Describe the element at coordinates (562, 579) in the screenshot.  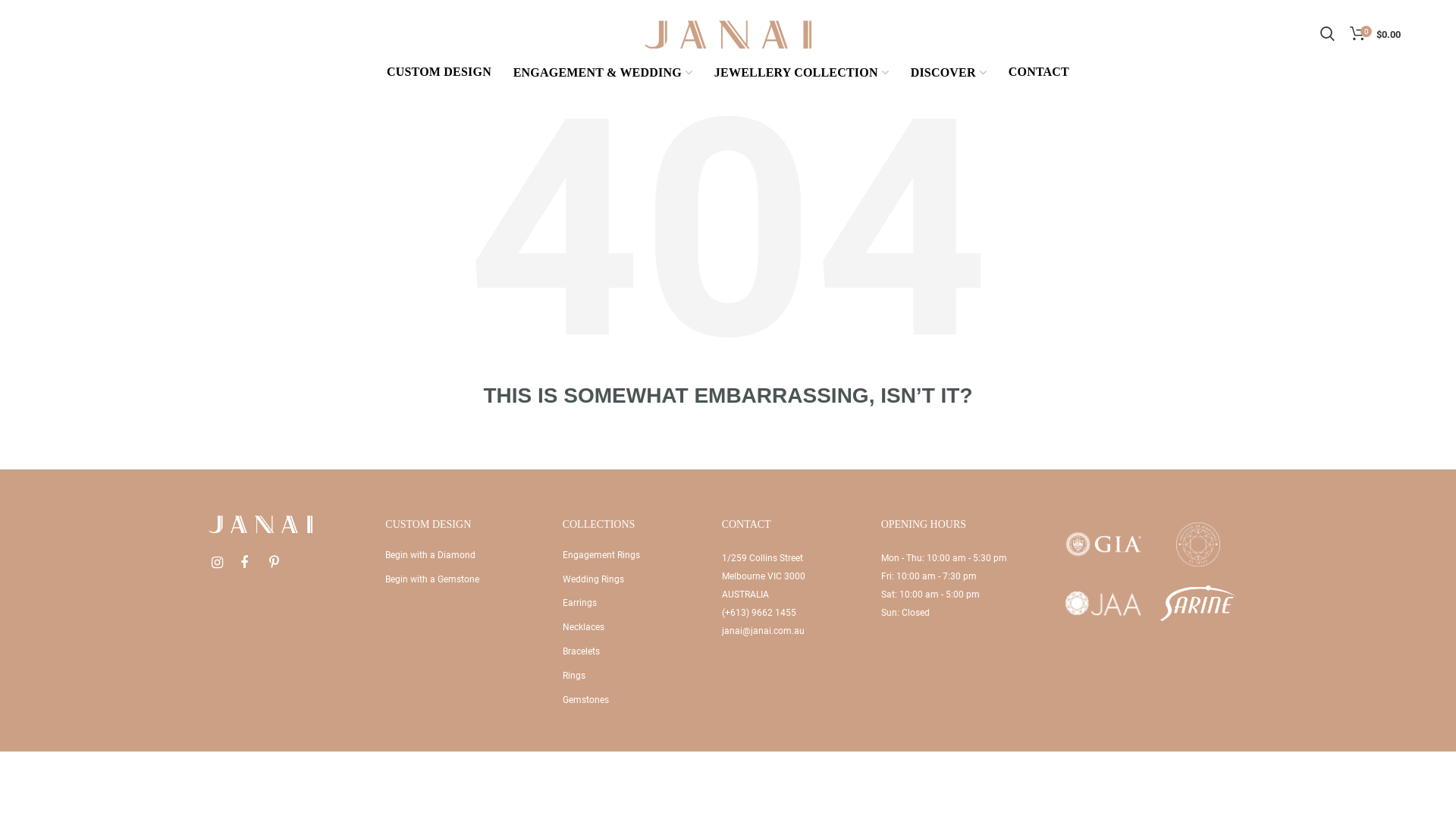
I see `'Wedding Rings'` at that location.